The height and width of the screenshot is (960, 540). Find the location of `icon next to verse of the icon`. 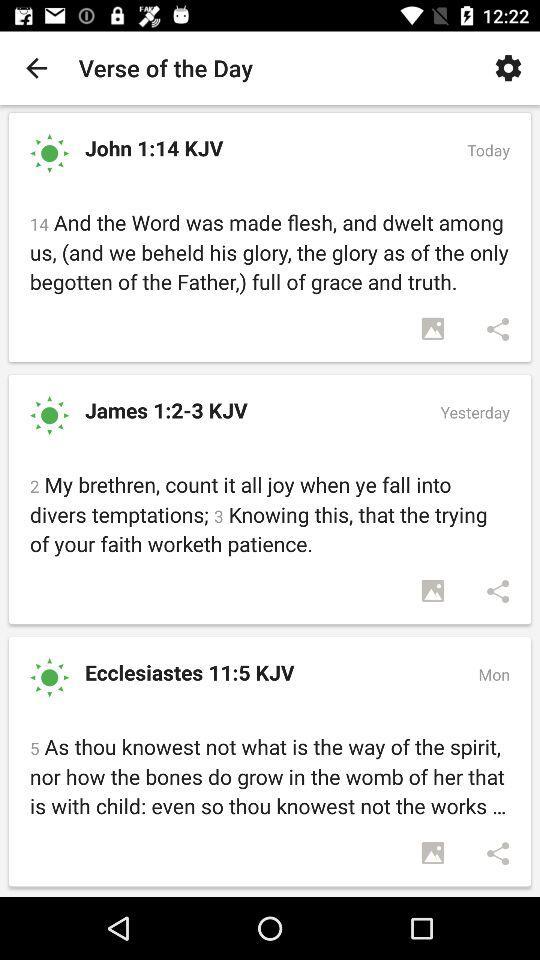

icon next to verse of the icon is located at coordinates (36, 68).